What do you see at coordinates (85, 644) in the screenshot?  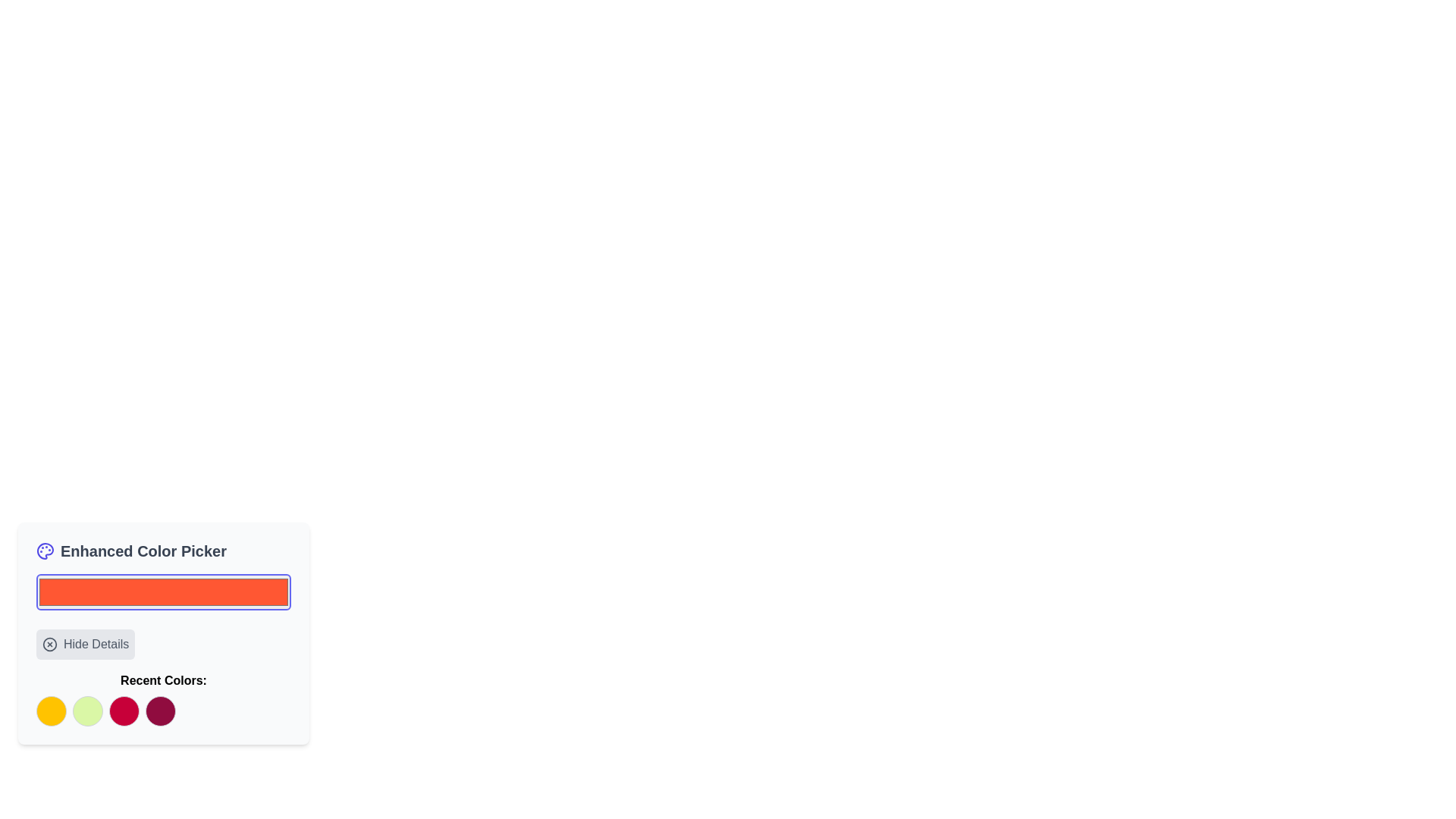 I see `the 'Hide Details' button, which is a light-gray button with bold dark-gray text and an icon of a circle with an X, located near the top of the 'Recent Colors' section` at bounding box center [85, 644].